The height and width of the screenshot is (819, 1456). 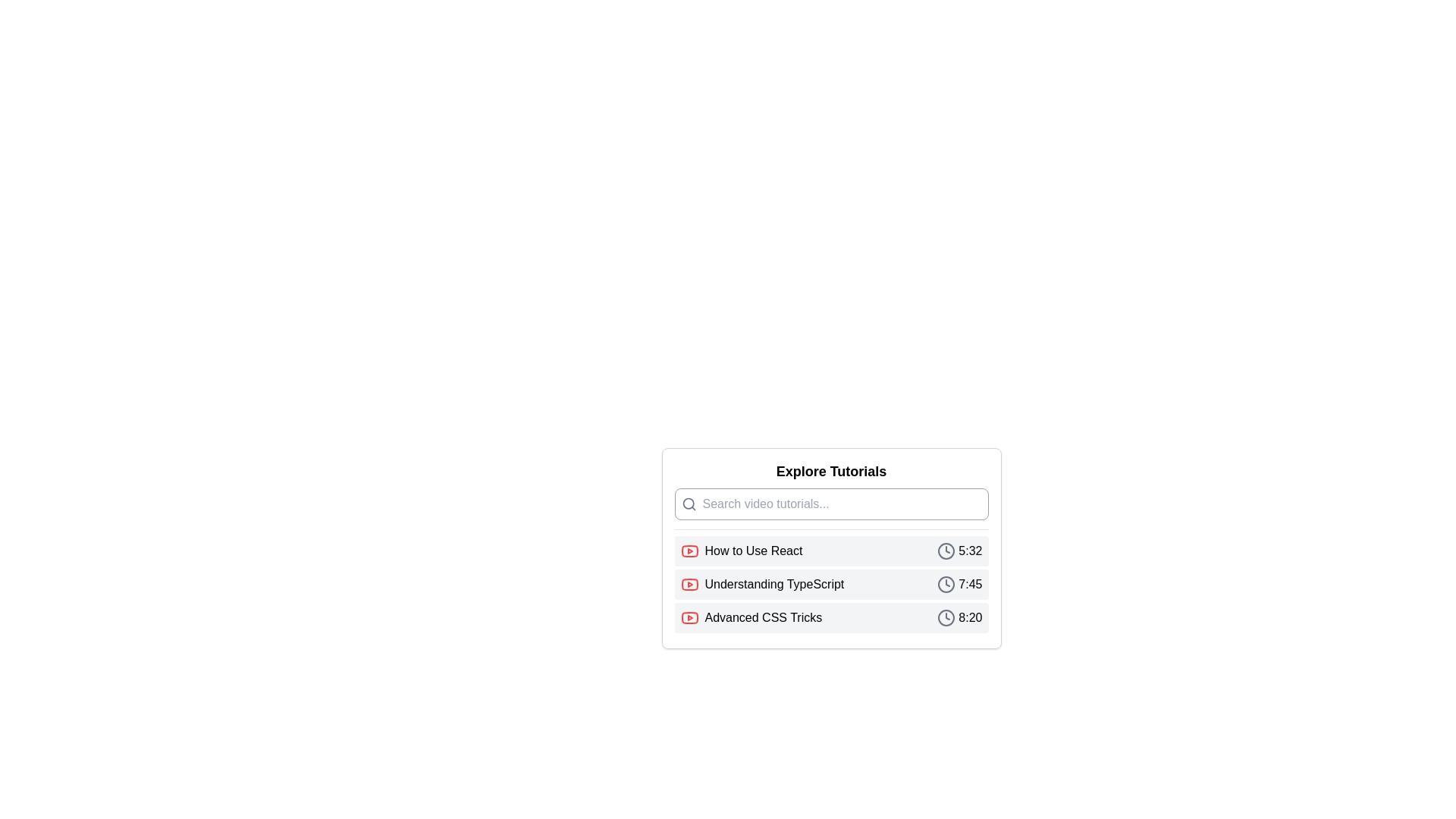 I want to click on the first item in the vertically-stacked list titled 'How to Use React' located below the 'Explore Tutorials' search bar, so click(x=830, y=551).